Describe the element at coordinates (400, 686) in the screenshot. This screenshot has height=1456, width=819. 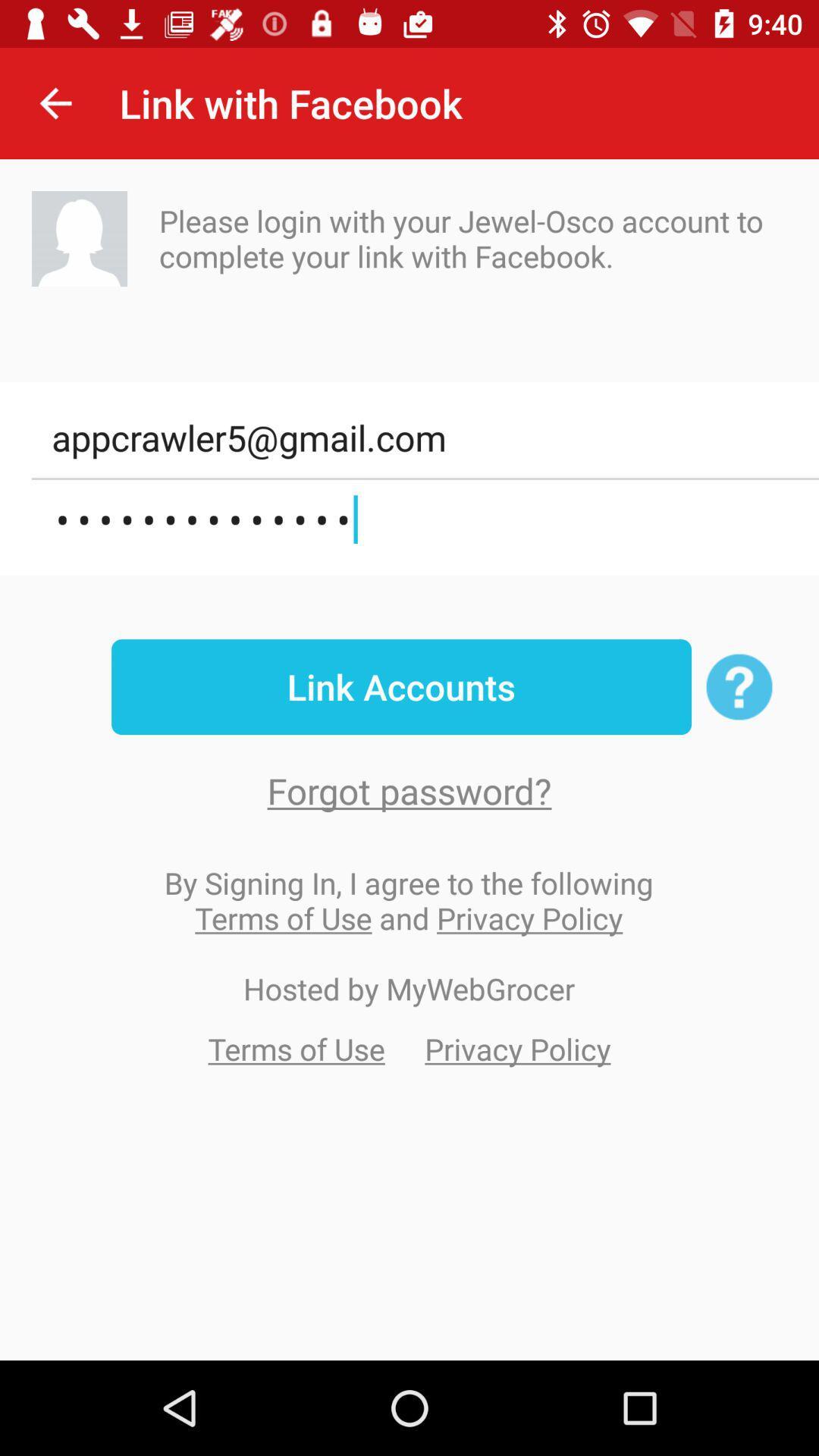
I see `item above forgot password? item` at that location.